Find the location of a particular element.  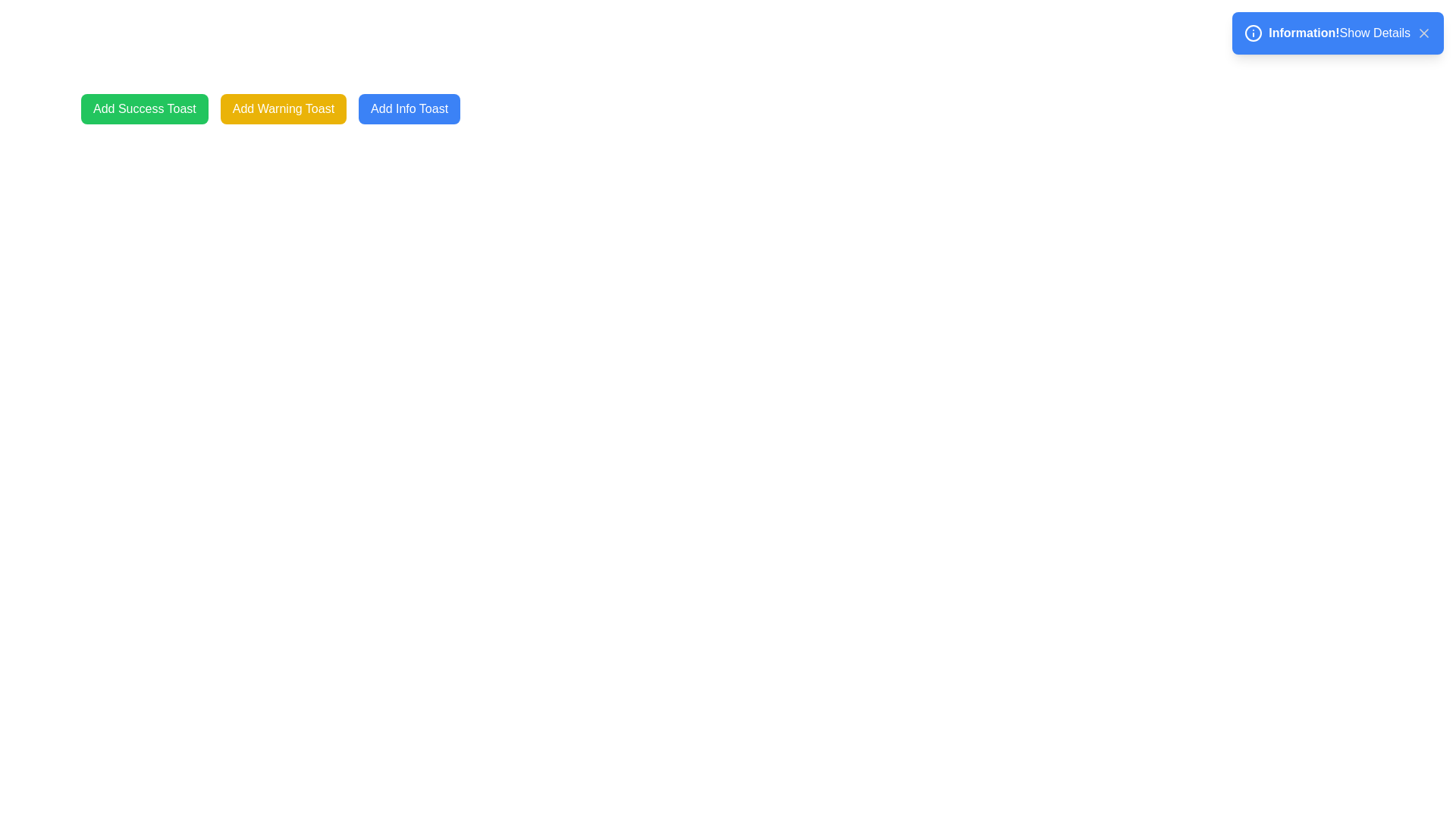

the 'X' button on the blue notification bar is located at coordinates (1423, 33).